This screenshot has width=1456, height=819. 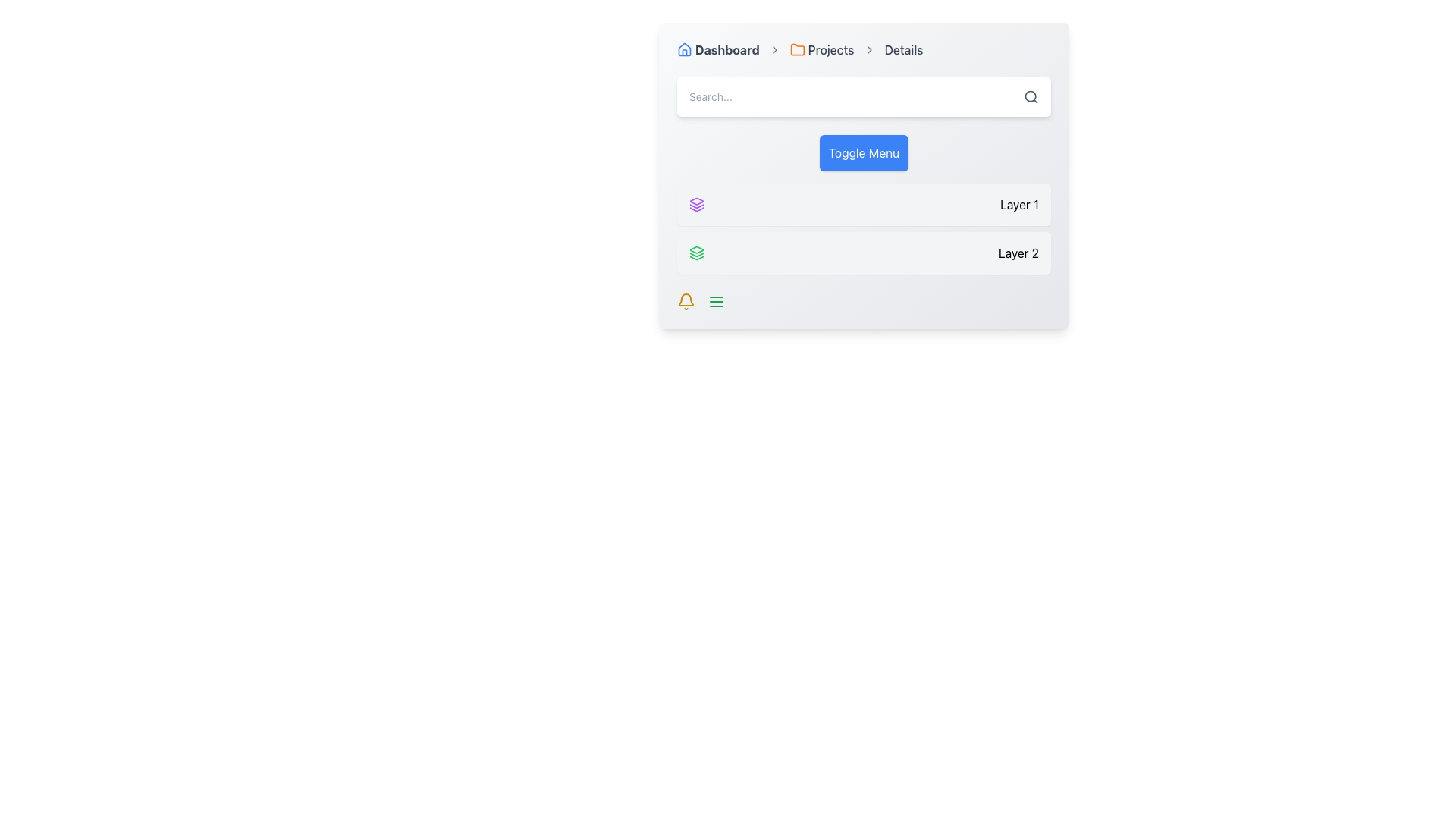 What do you see at coordinates (774, 49) in the screenshot?
I see `the first arrow icon in the breadcrumb navigation sequence, located between the 'Dashboard' and 'Projects' text` at bounding box center [774, 49].